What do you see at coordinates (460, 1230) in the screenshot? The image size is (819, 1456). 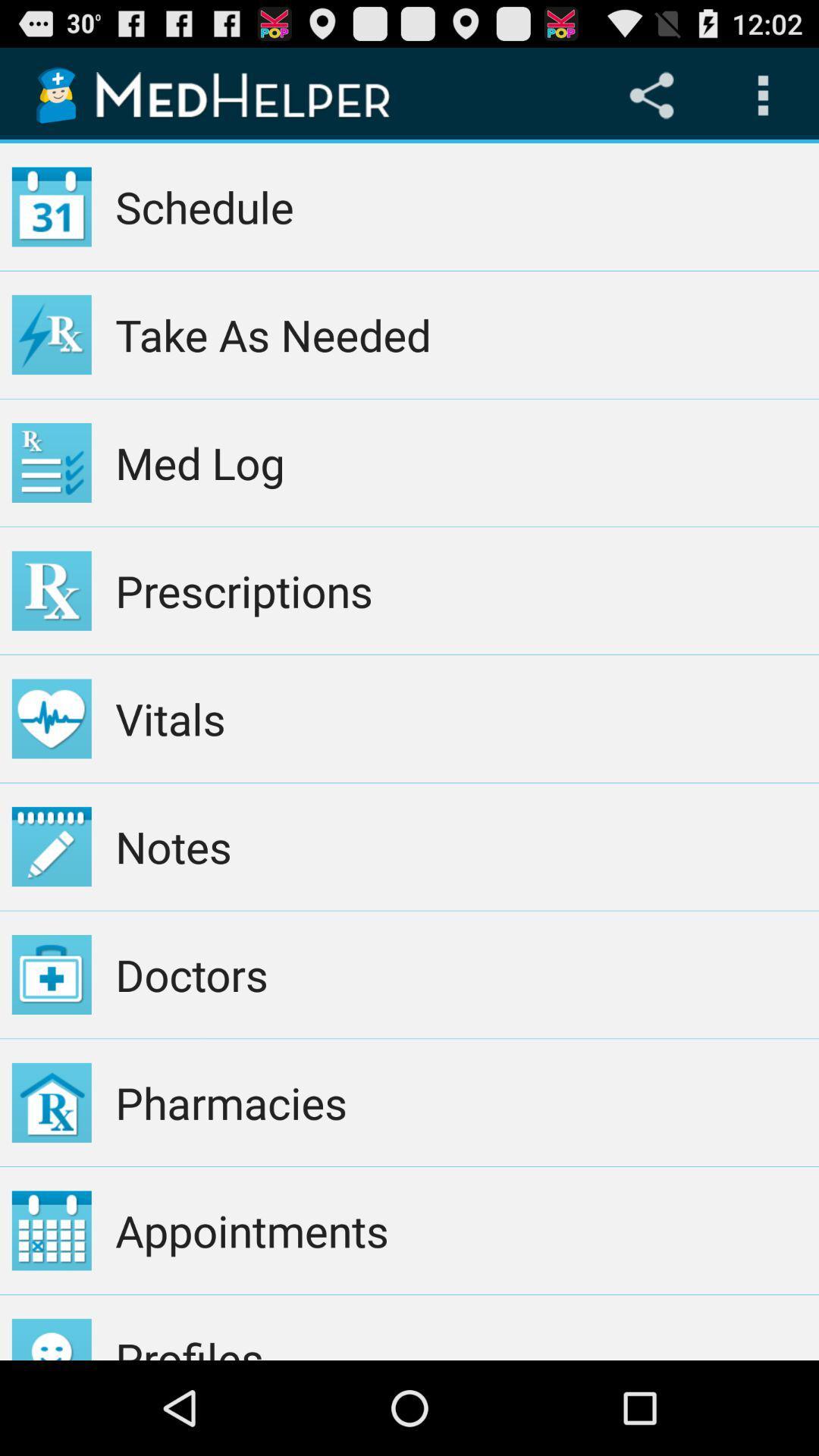 I see `the icon above the profiles item` at bounding box center [460, 1230].